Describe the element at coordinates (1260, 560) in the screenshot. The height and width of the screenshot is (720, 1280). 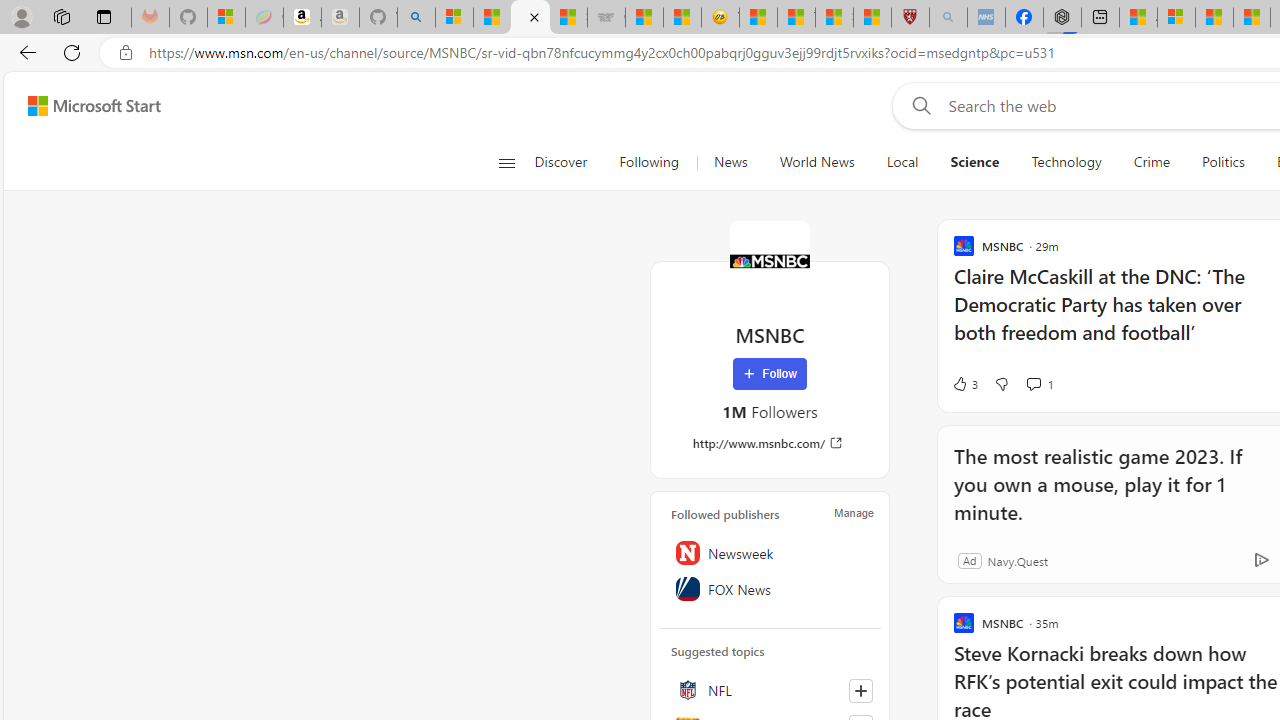
I see `'Ad Choice'` at that location.